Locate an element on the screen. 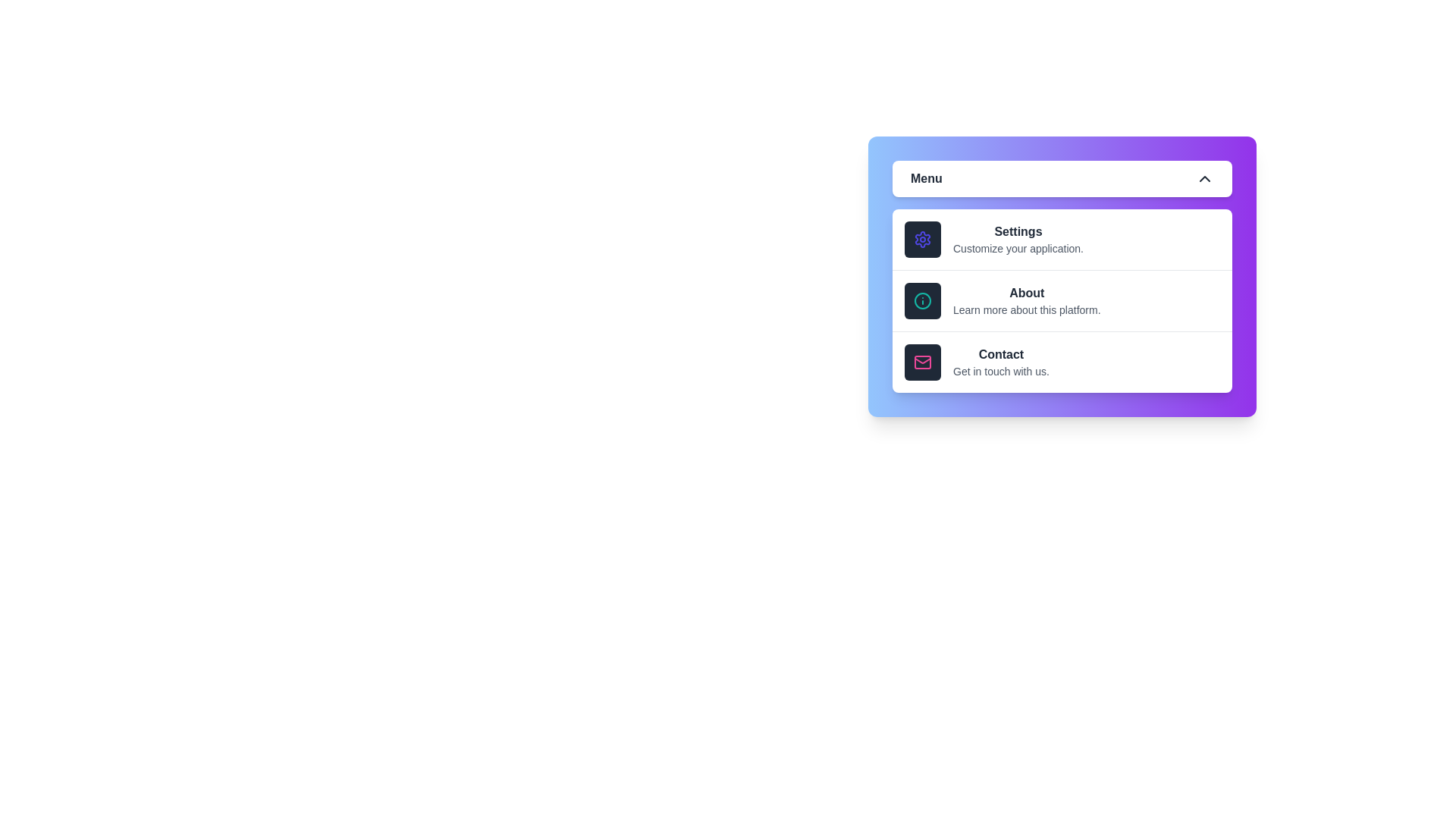 This screenshot has width=1456, height=819. the toggle button to toggle the menu state is located at coordinates (1062, 177).